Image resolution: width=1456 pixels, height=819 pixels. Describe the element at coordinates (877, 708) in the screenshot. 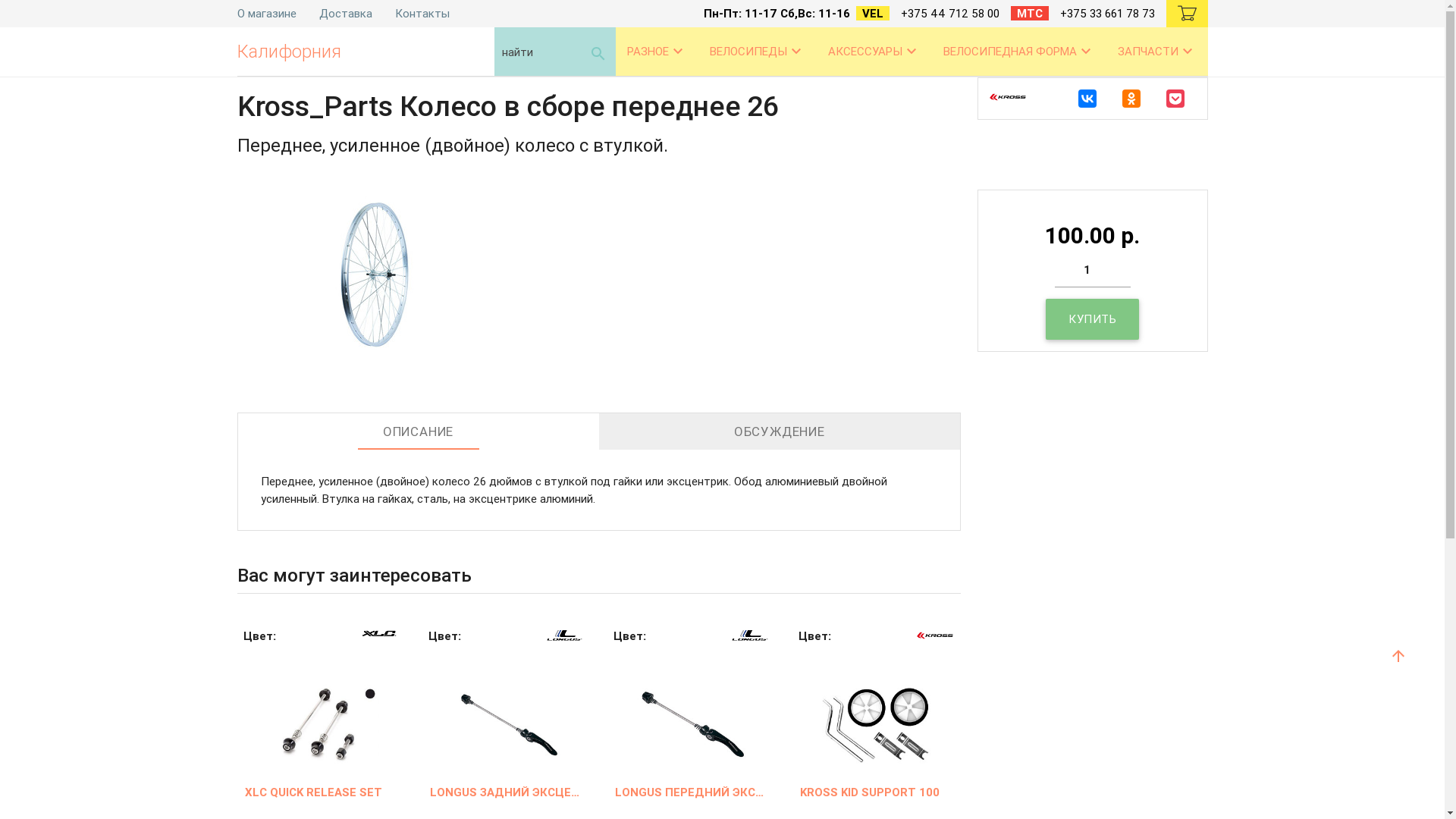

I see `'Kid Support 100'` at that location.